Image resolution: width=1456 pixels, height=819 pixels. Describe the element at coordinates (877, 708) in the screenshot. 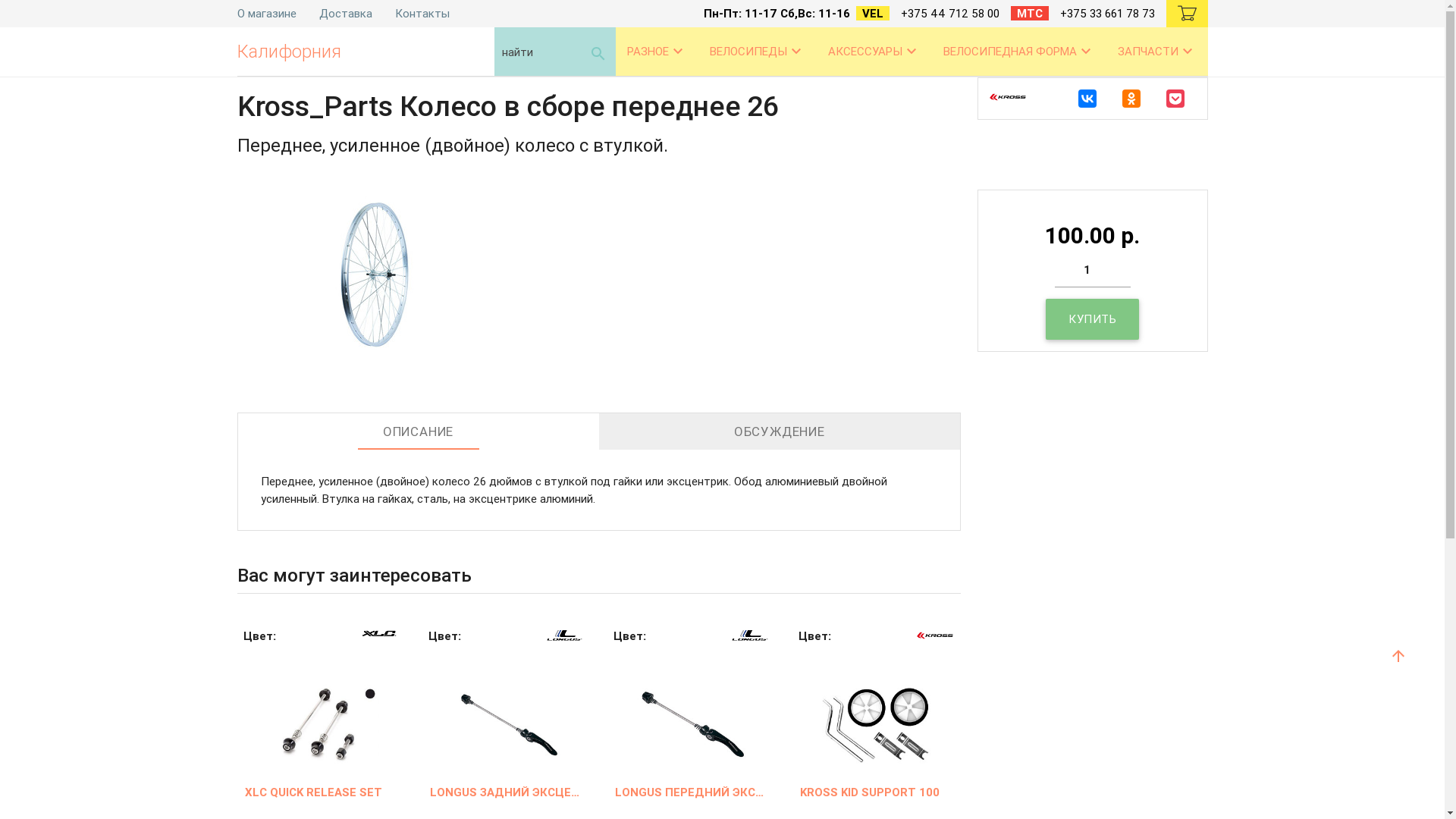

I see `'Kid Support 100'` at that location.